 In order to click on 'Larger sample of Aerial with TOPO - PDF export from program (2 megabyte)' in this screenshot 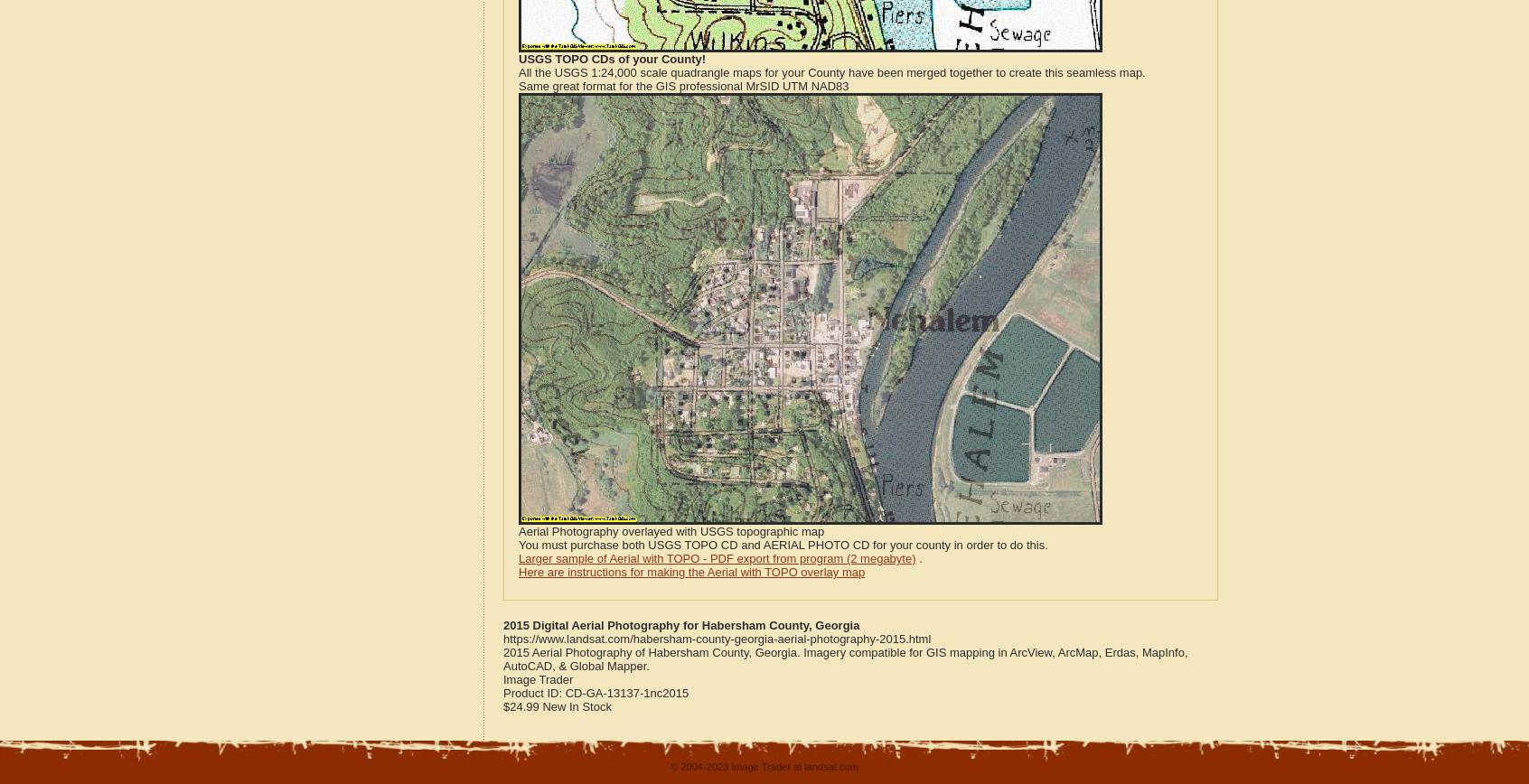, I will do `click(717, 558)`.